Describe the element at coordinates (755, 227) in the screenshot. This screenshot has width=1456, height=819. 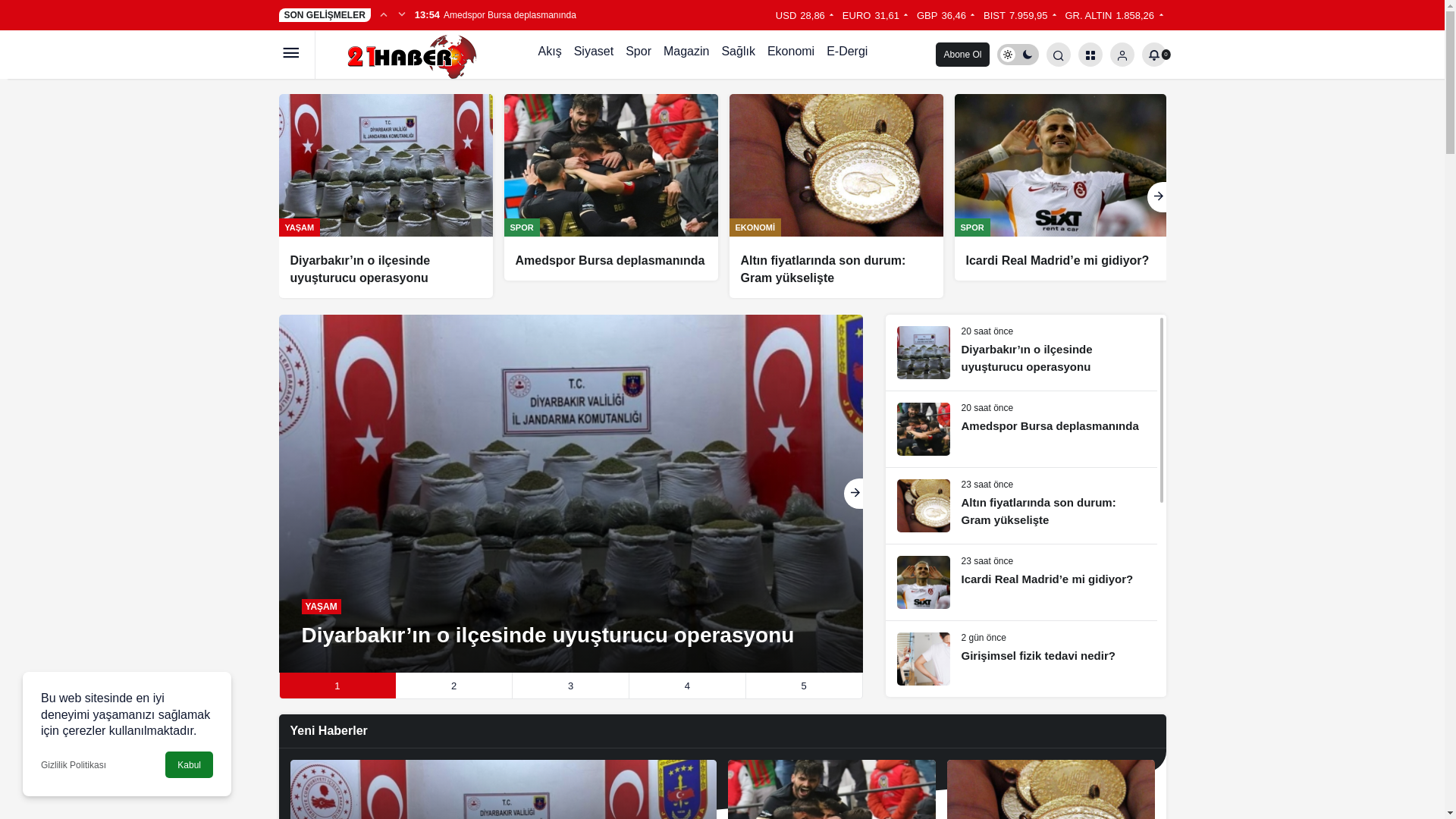
I see `'EKONOMI'` at that location.